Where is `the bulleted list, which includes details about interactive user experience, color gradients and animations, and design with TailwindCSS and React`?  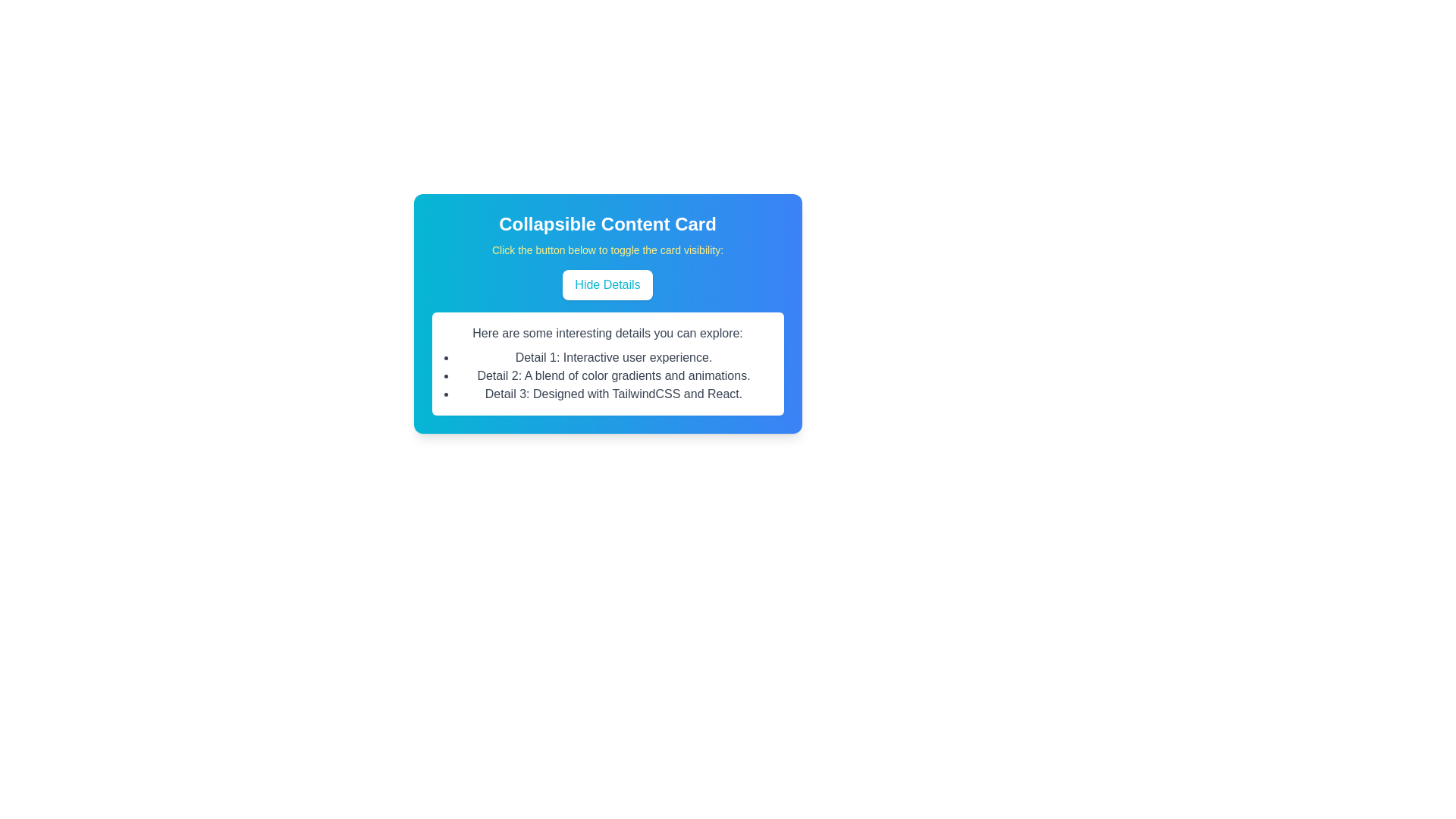 the bulleted list, which includes details about interactive user experience, color gradients and animations, and design with TailwindCSS and React is located at coordinates (607, 375).